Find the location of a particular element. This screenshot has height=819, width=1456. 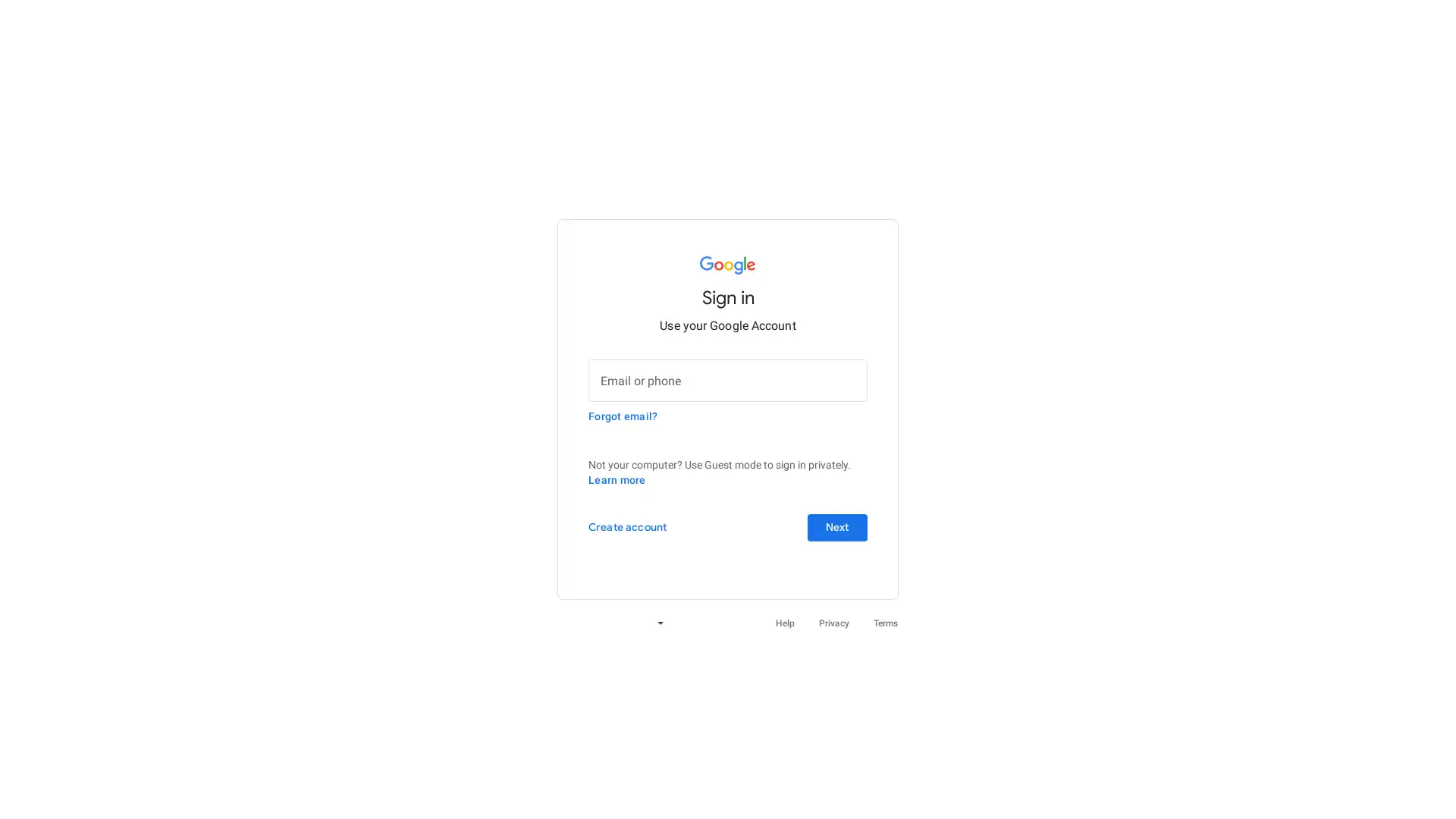

Forgot email? is located at coordinates (623, 415).